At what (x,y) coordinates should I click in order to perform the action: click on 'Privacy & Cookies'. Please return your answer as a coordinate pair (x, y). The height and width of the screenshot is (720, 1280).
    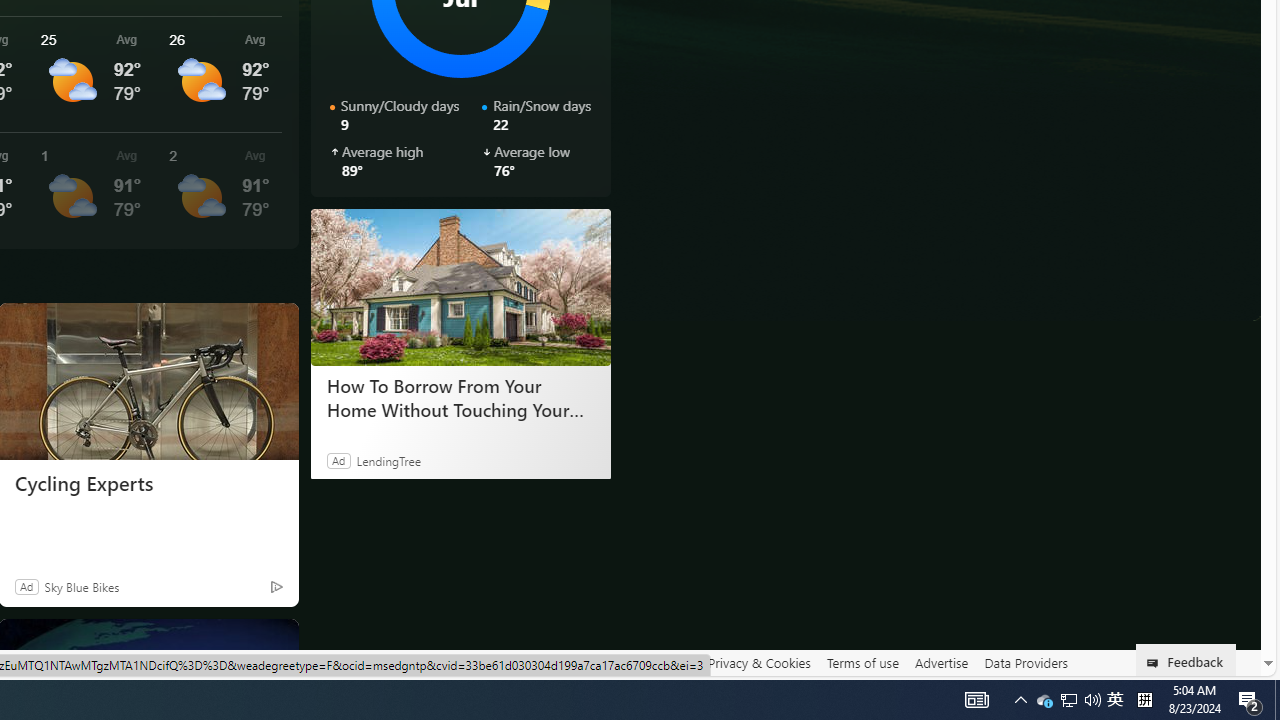
    Looking at the image, I should click on (758, 663).